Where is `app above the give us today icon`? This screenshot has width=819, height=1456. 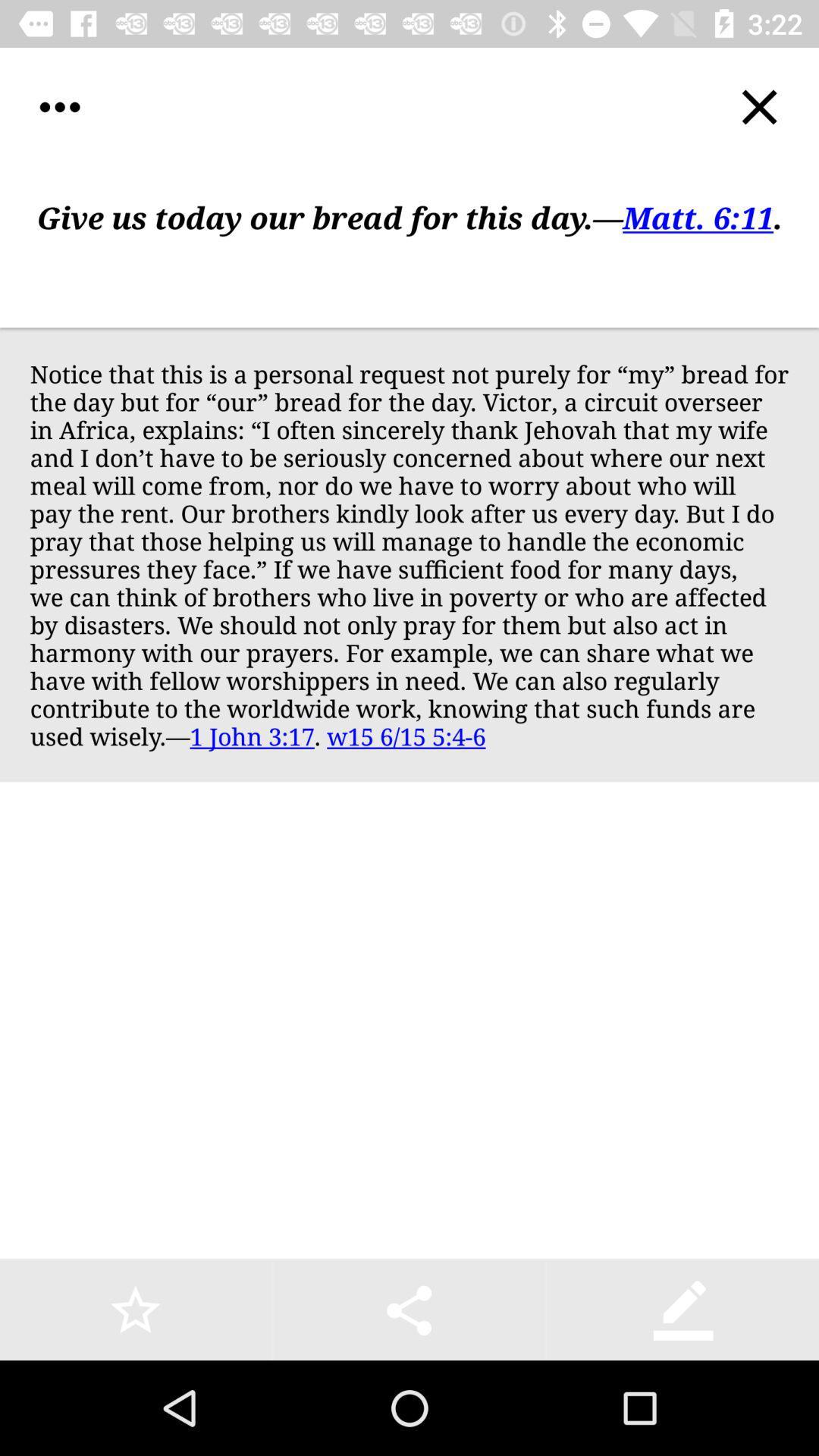
app above the give us today icon is located at coordinates (759, 106).